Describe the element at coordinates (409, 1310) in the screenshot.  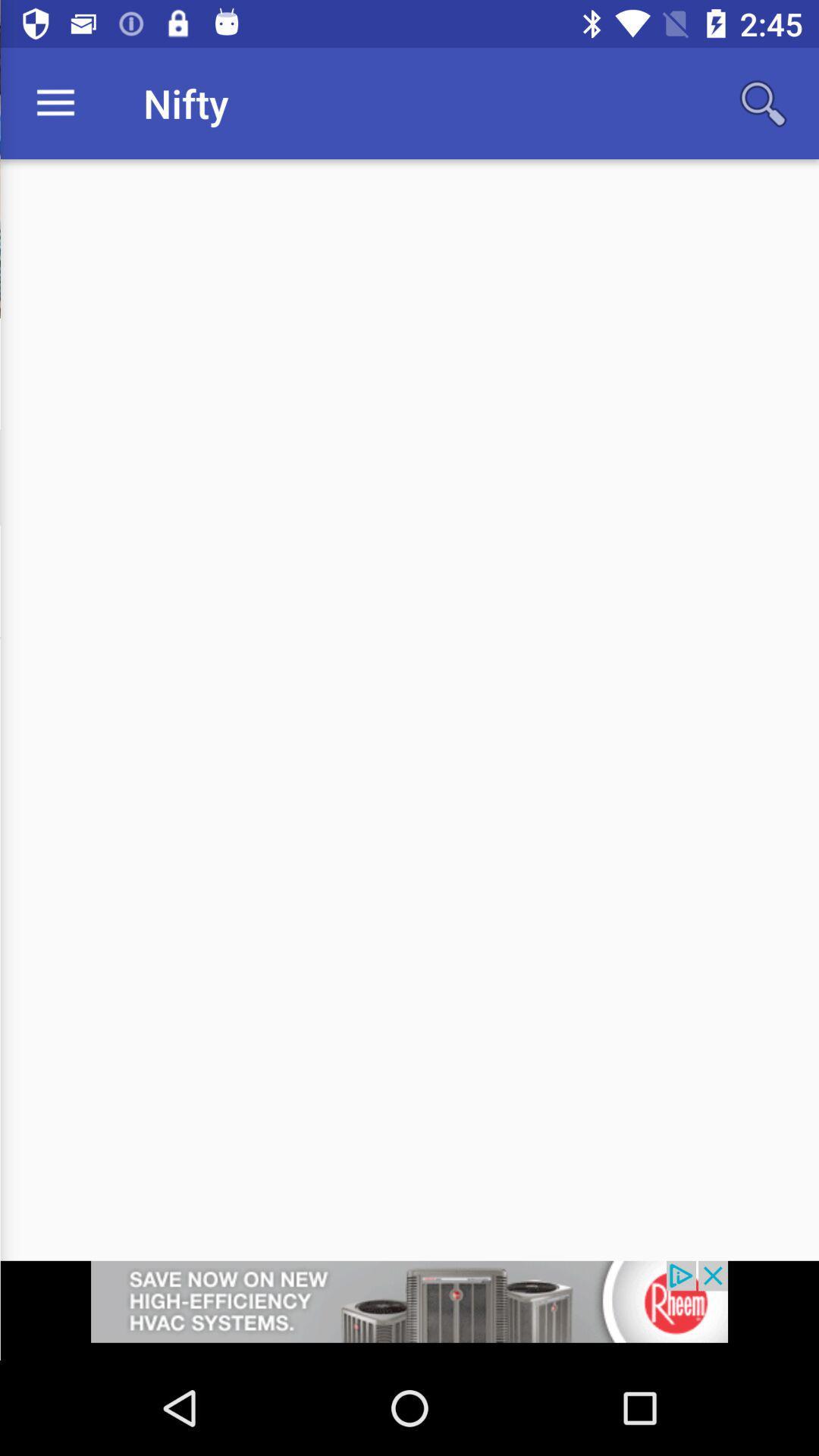
I see `open advertisement` at that location.